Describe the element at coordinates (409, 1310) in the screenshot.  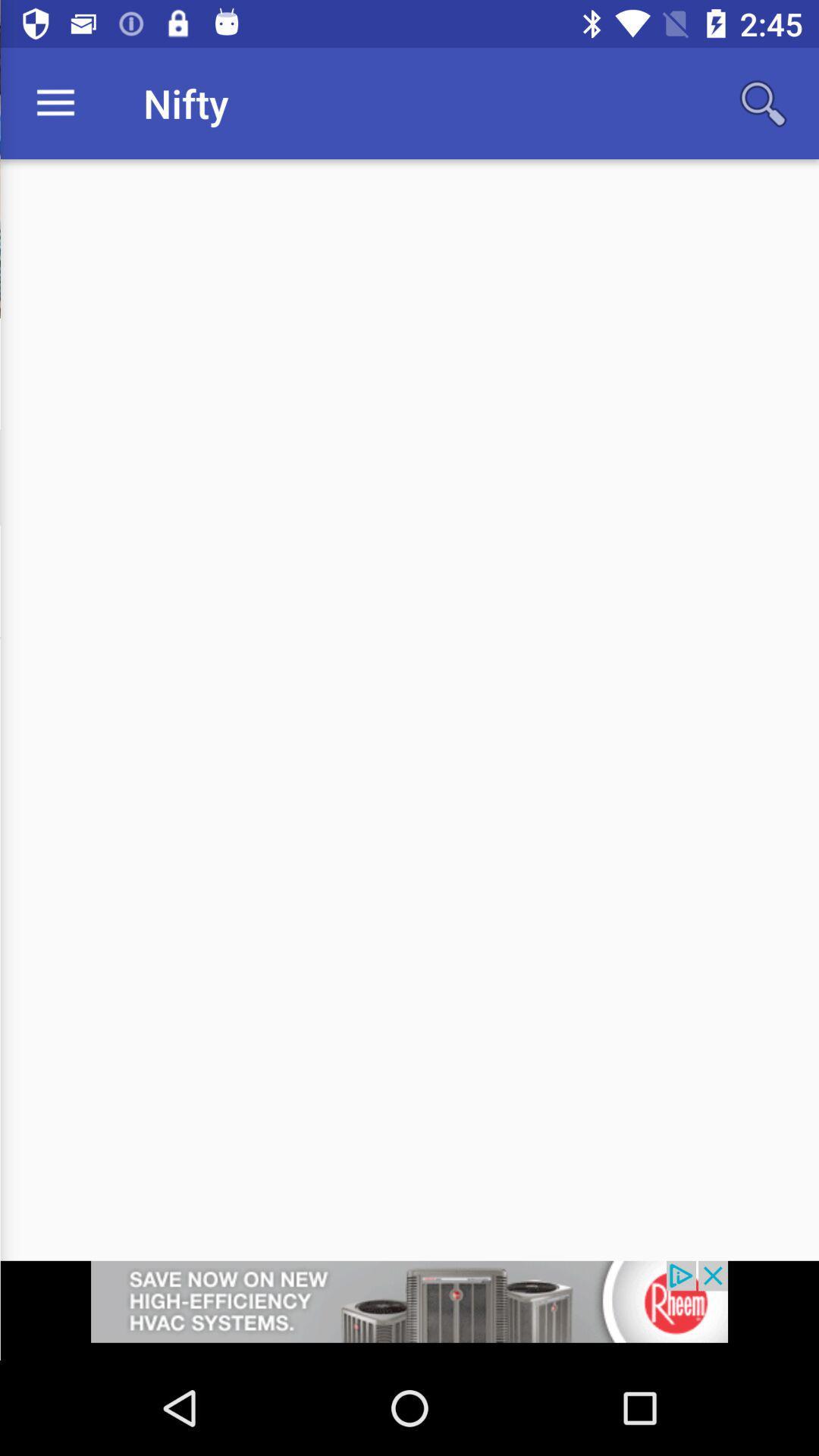
I see `open advertisement` at that location.